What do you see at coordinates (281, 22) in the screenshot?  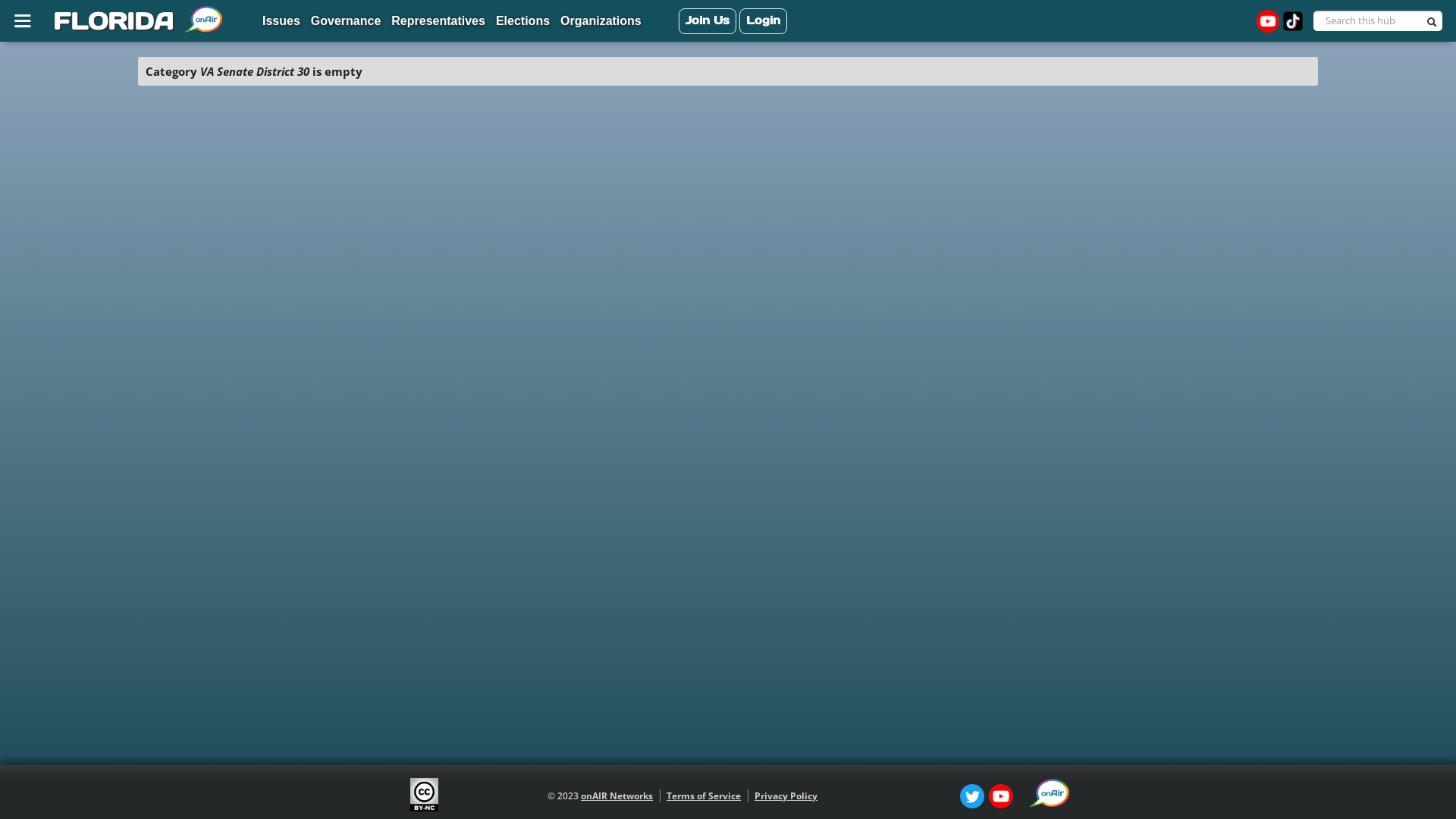 I see `'Issues'` at bounding box center [281, 22].